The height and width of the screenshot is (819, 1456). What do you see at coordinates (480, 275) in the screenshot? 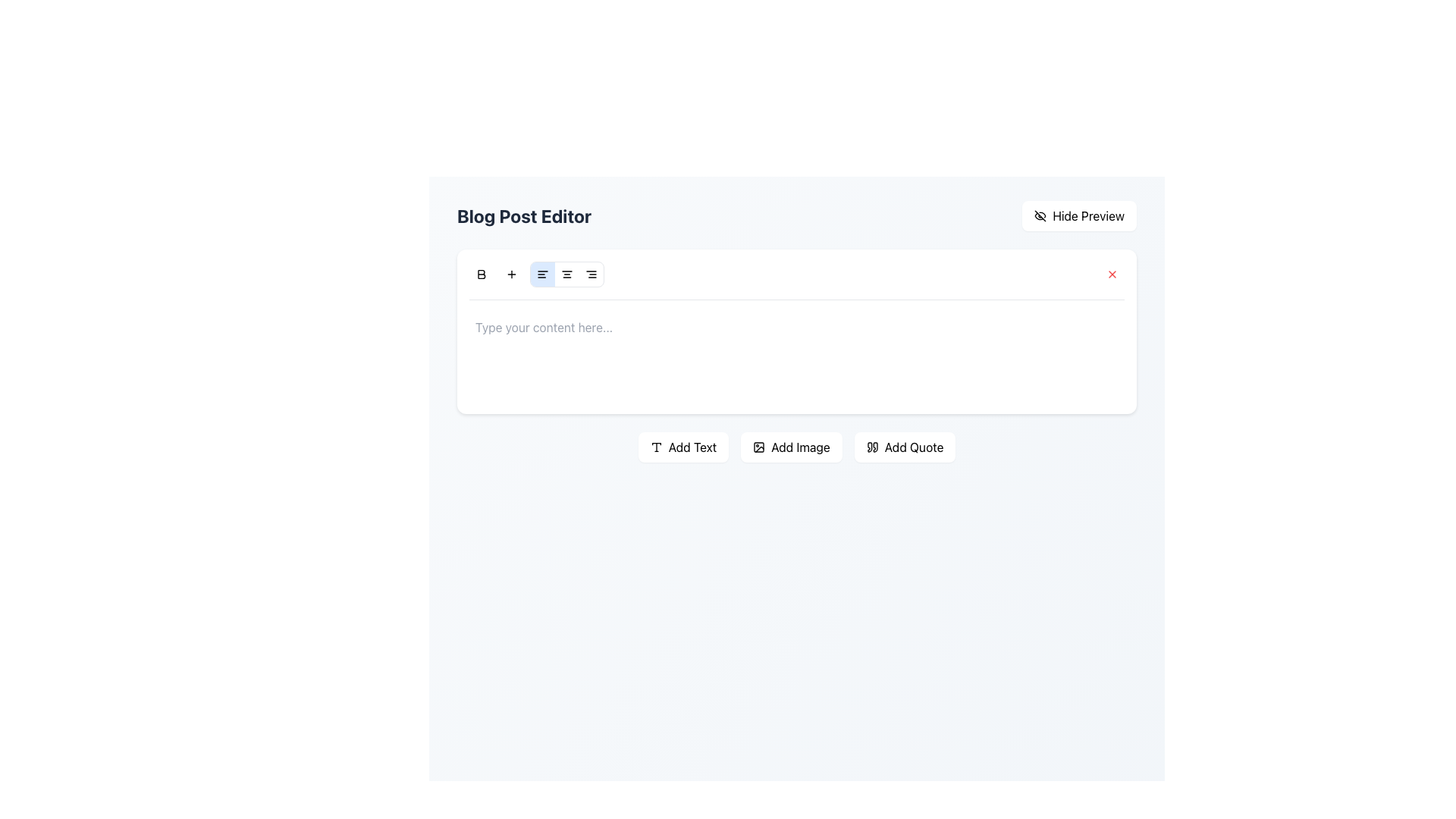
I see `the bold formatting icon button located at the top-left of the content toolbar in the Blog Post Editor` at bounding box center [480, 275].